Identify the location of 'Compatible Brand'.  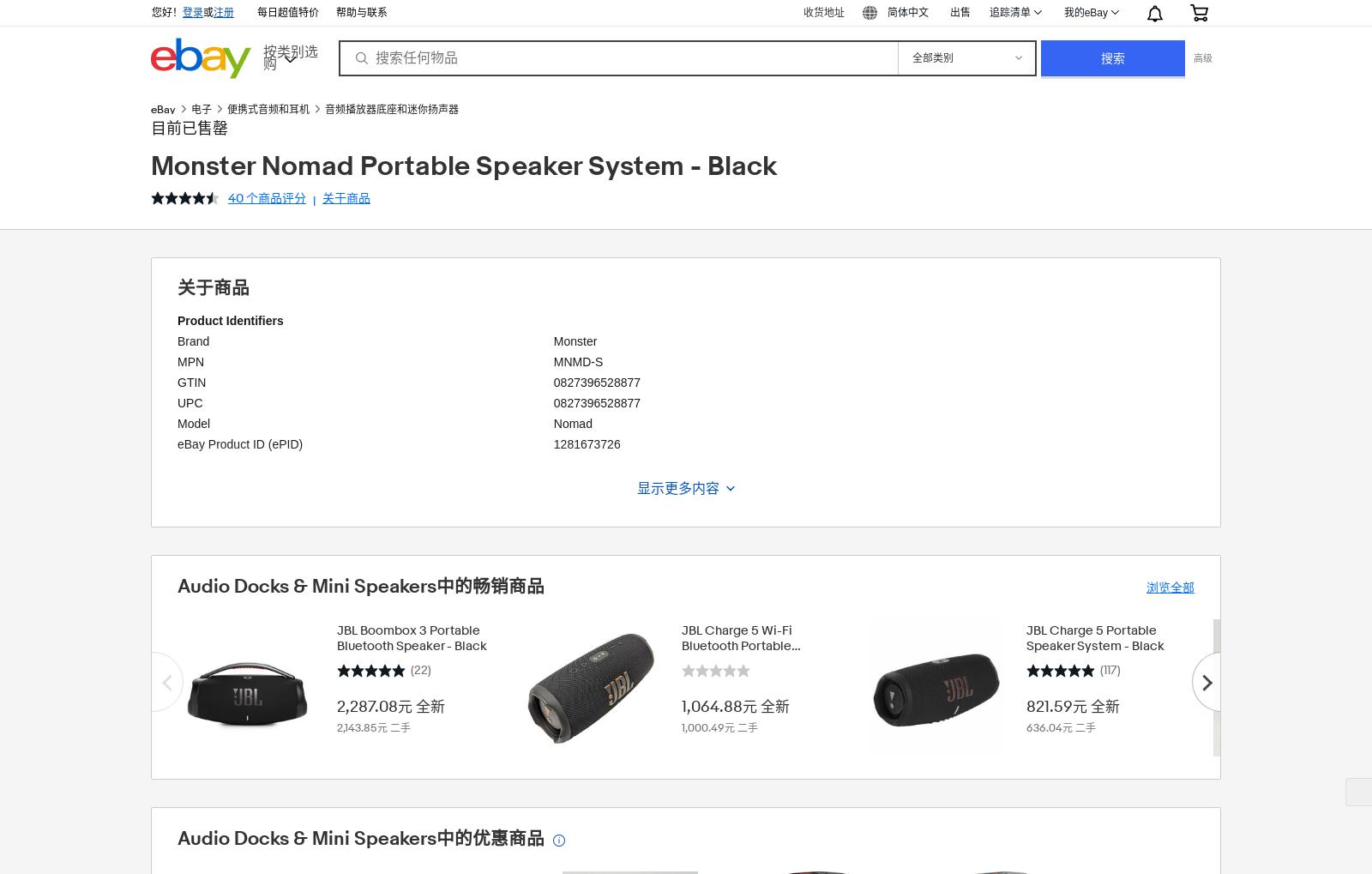
(178, 543).